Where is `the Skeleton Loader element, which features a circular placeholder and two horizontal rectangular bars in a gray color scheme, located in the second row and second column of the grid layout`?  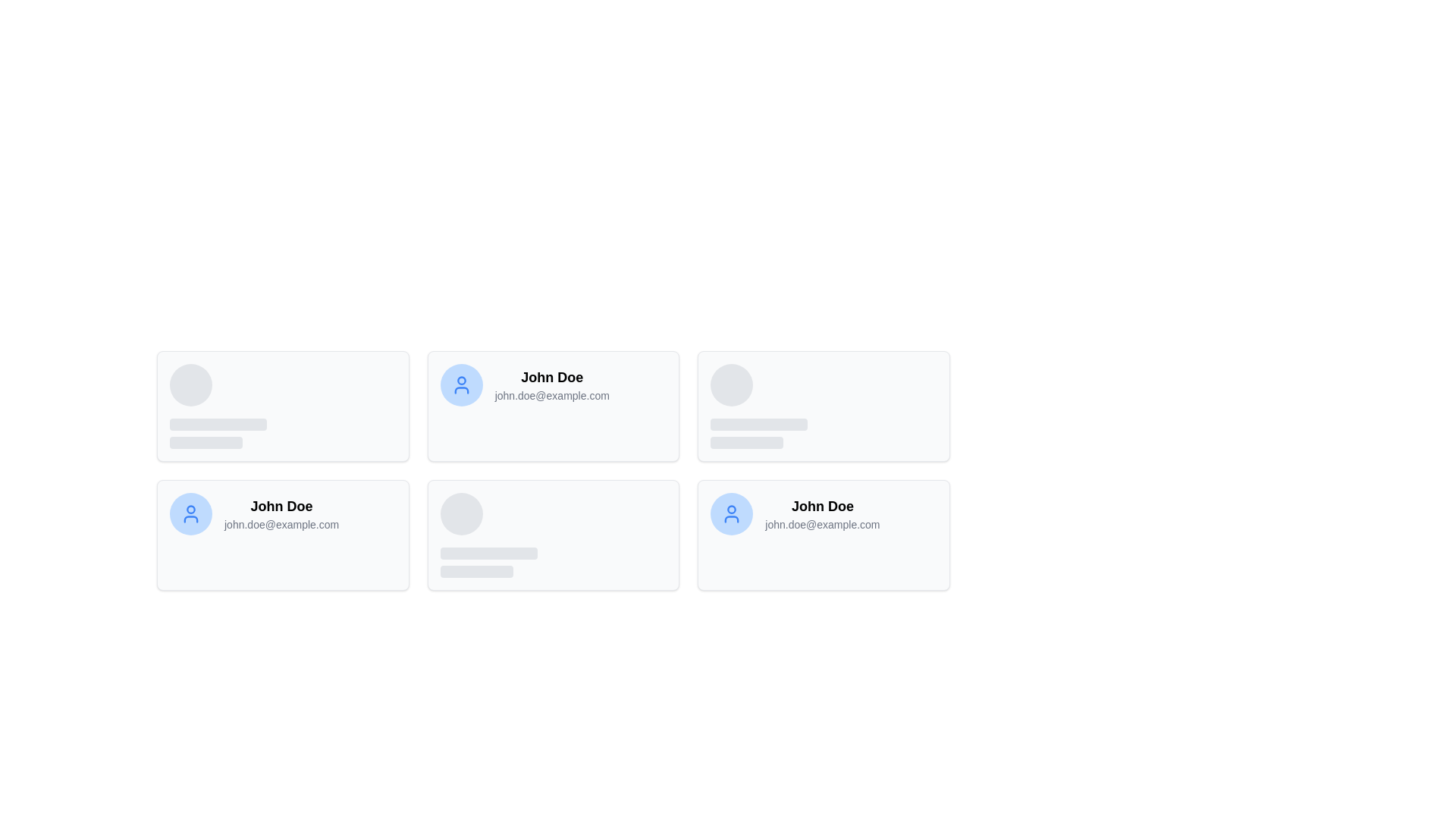 the Skeleton Loader element, which features a circular placeholder and two horizontal rectangular bars in a gray color scheme, located in the second row and second column of the grid layout is located at coordinates (488, 534).